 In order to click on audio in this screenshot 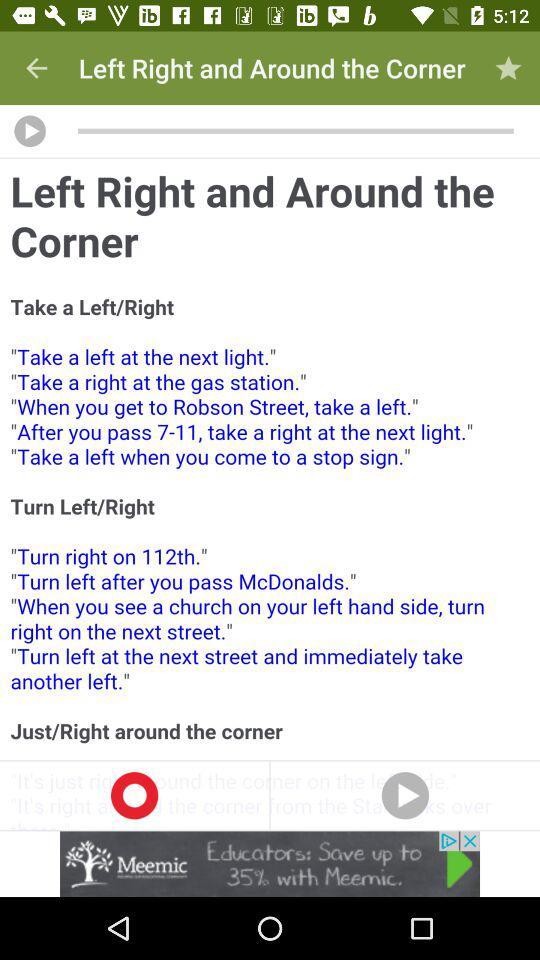, I will do `click(29, 130)`.